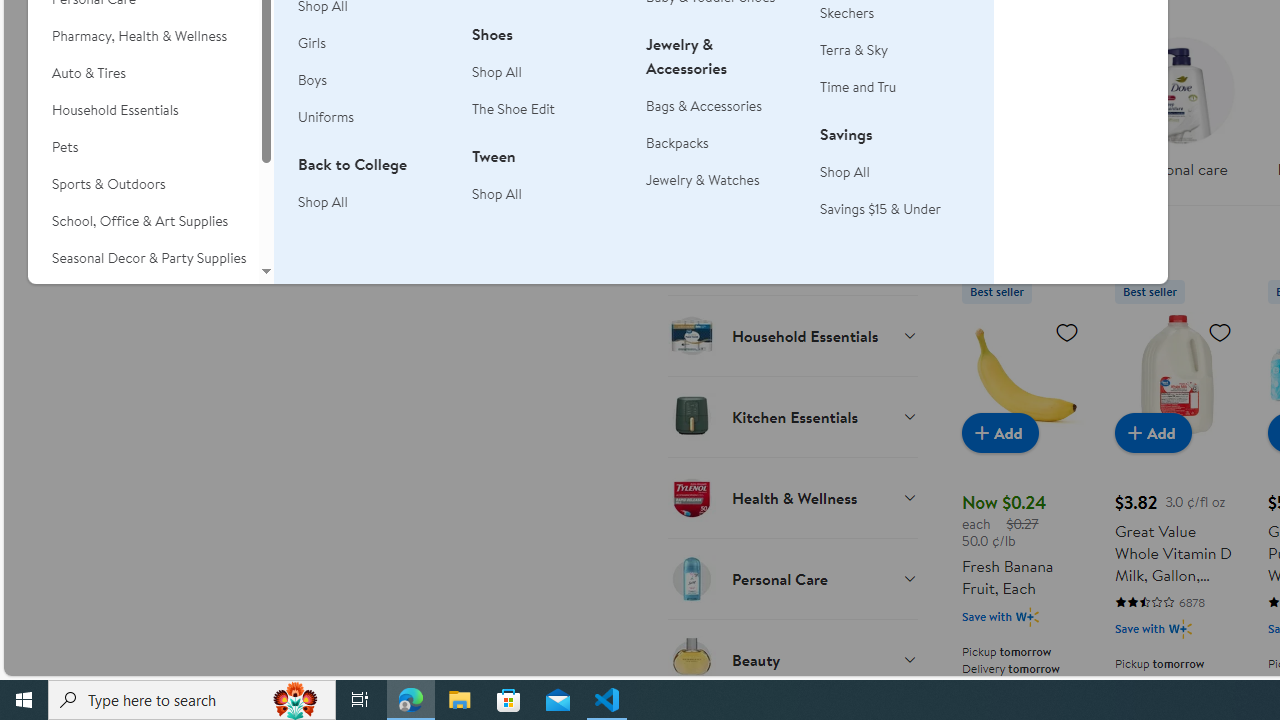  Describe the element at coordinates (326, 117) in the screenshot. I see `'Uniforms'` at that location.